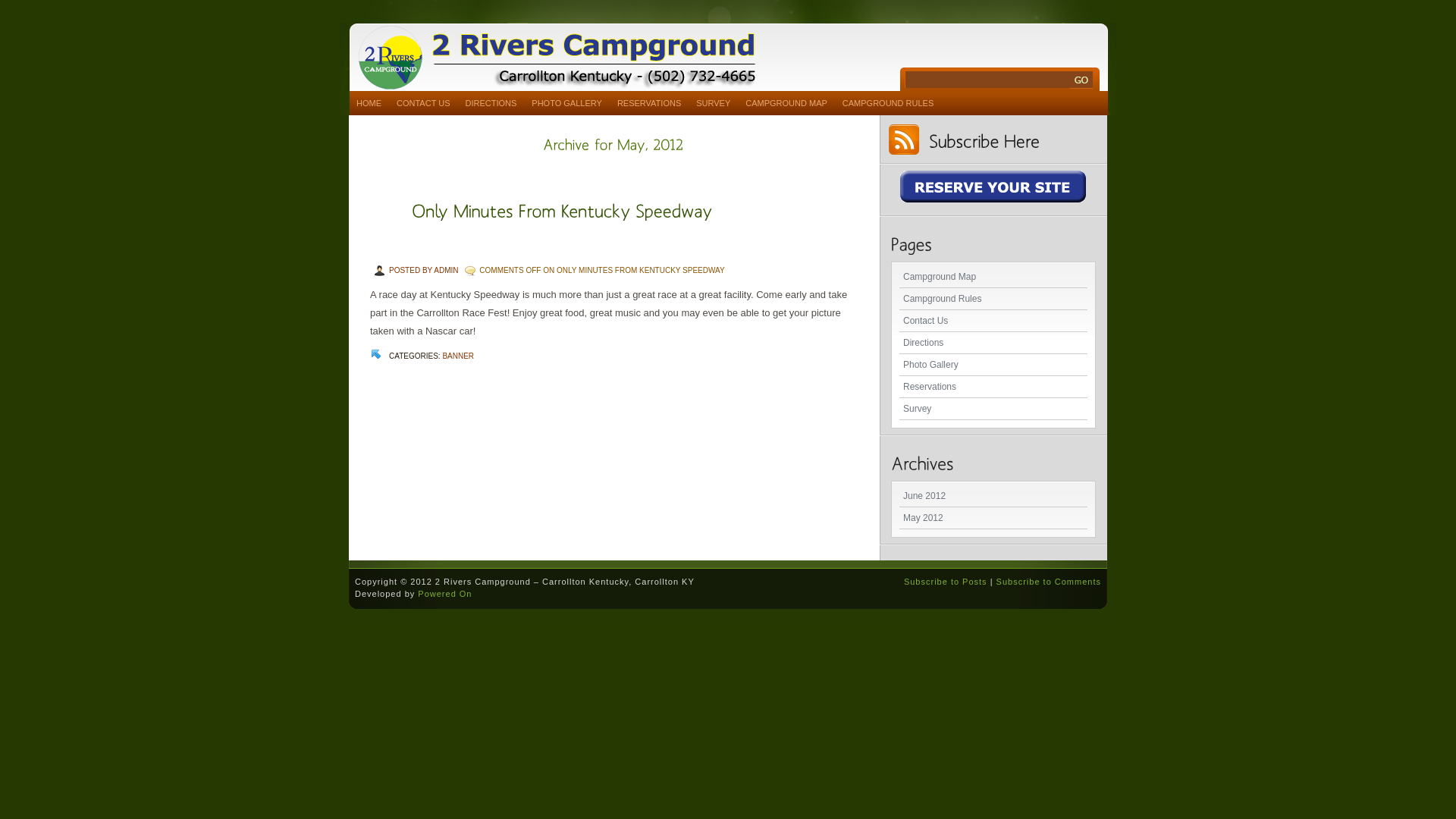  Describe the element at coordinates (369, 102) in the screenshot. I see `'HOME'` at that location.